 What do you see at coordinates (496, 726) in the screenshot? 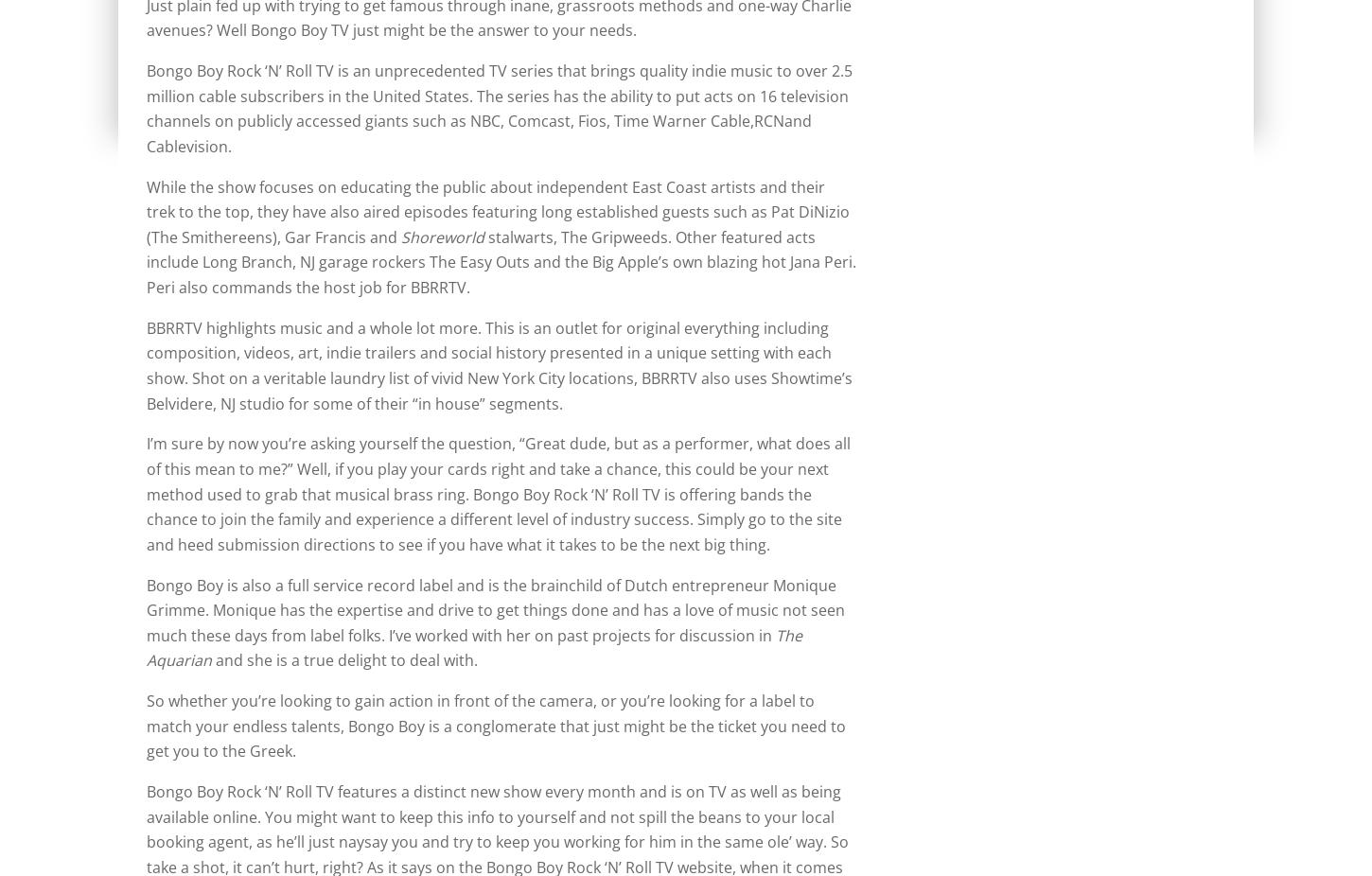
I see `'So whether you’re looking to gain action in front of the camera, or you’re looking for a label to match your endless talents, Bongo Boy is a conglomerate that just might be the ticket you need to get you to the Greek.'` at bounding box center [496, 726].